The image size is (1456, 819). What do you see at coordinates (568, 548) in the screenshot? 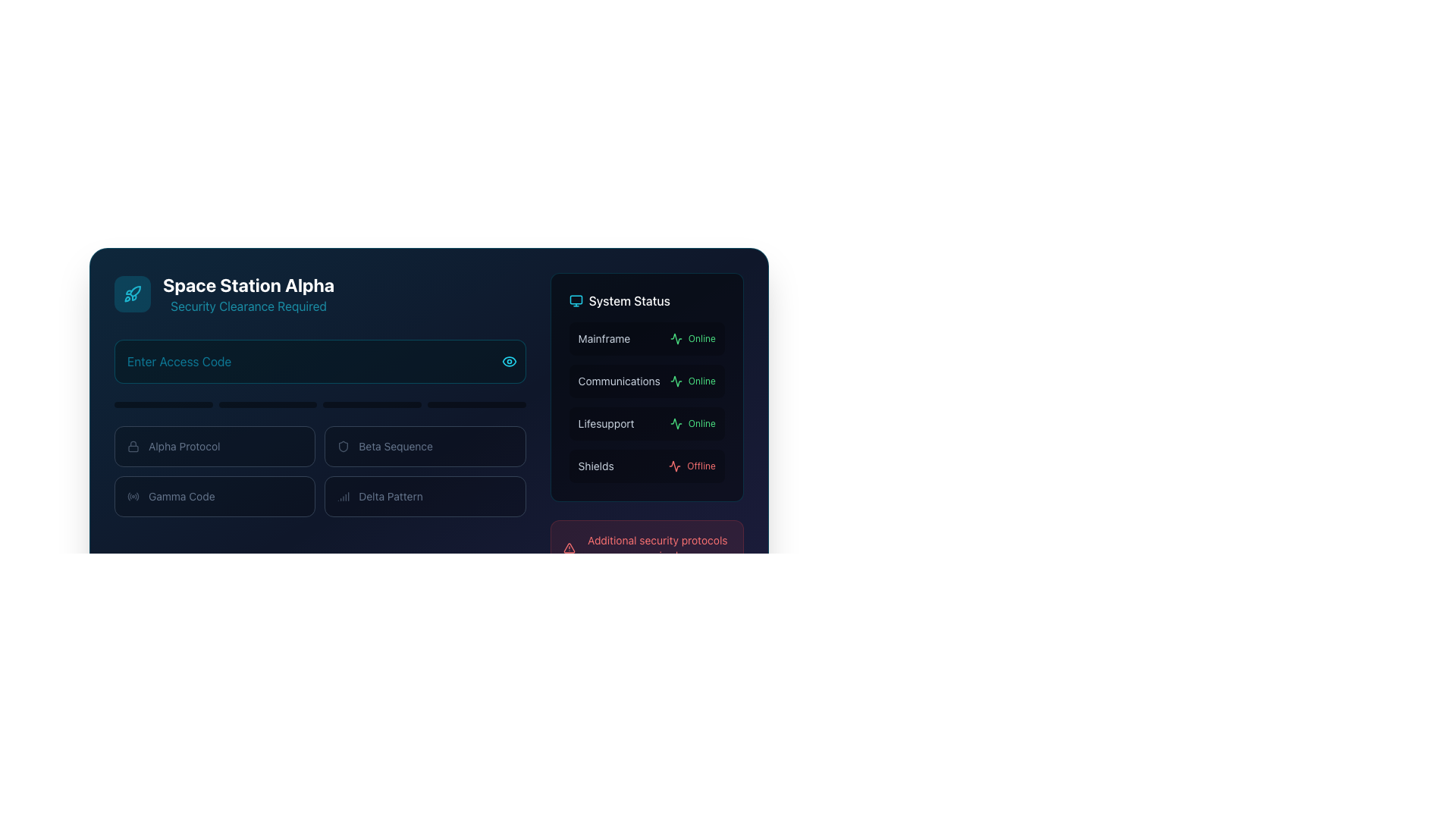
I see `the security warning icon located at the center of the alert message in the 'Additional security protocols' section, below the 'System Status' area` at bounding box center [568, 548].